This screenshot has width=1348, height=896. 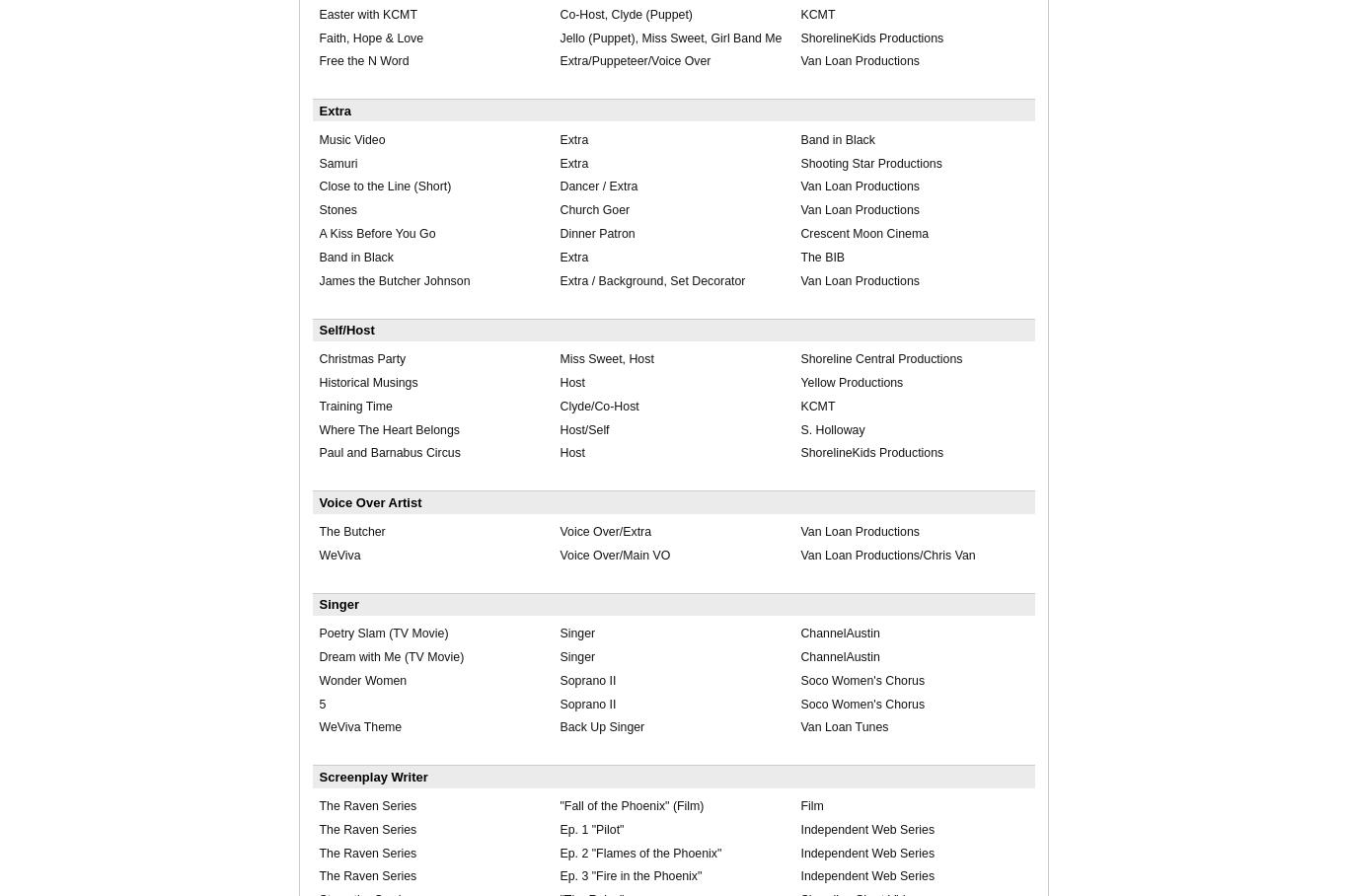 What do you see at coordinates (362, 61) in the screenshot?
I see `'Free the N Word'` at bounding box center [362, 61].